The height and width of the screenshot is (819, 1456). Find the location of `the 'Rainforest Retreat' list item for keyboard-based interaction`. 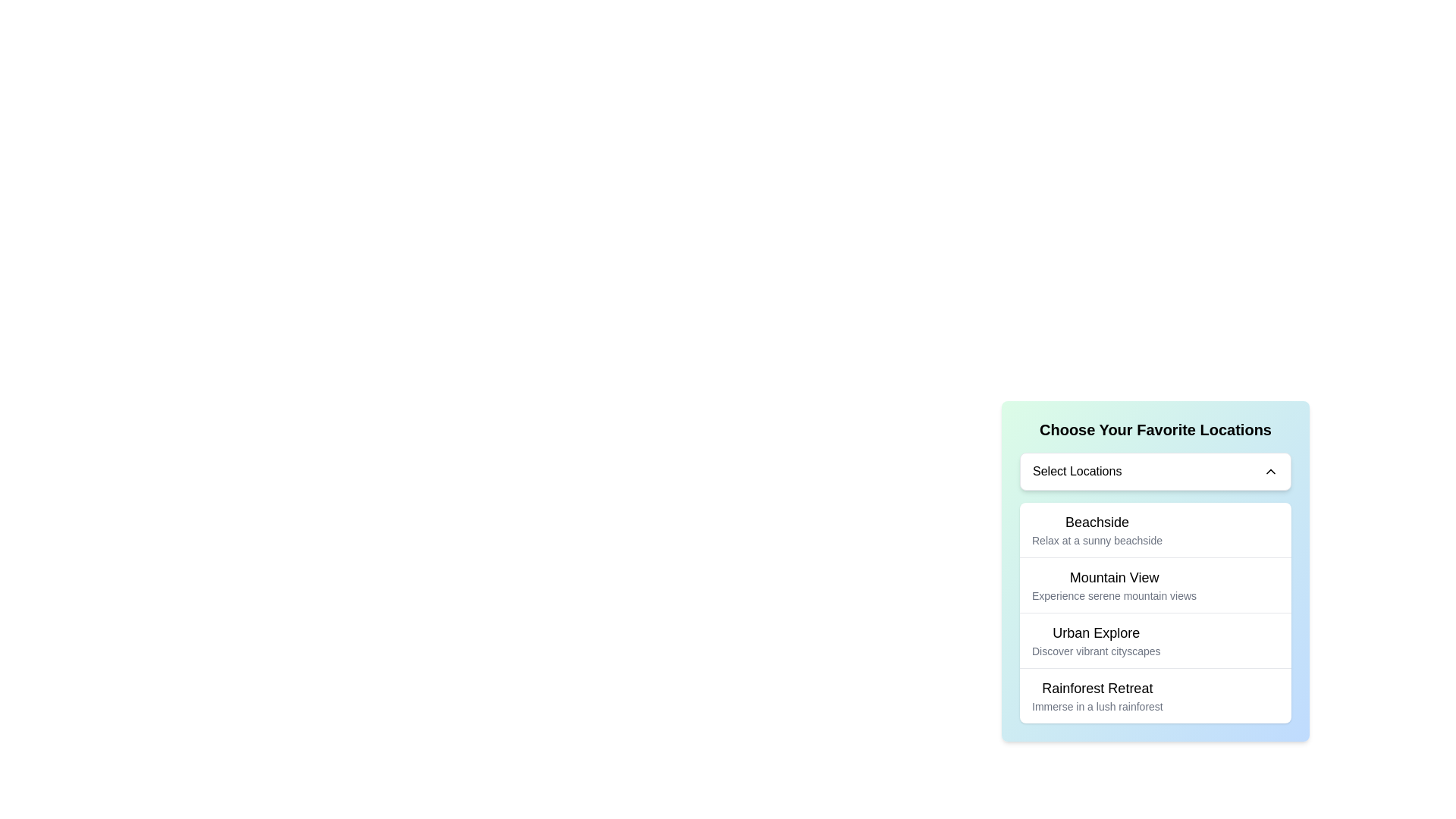

the 'Rainforest Retreat' list item for keyboard-based interaction is located at coordinates (1154, 695).